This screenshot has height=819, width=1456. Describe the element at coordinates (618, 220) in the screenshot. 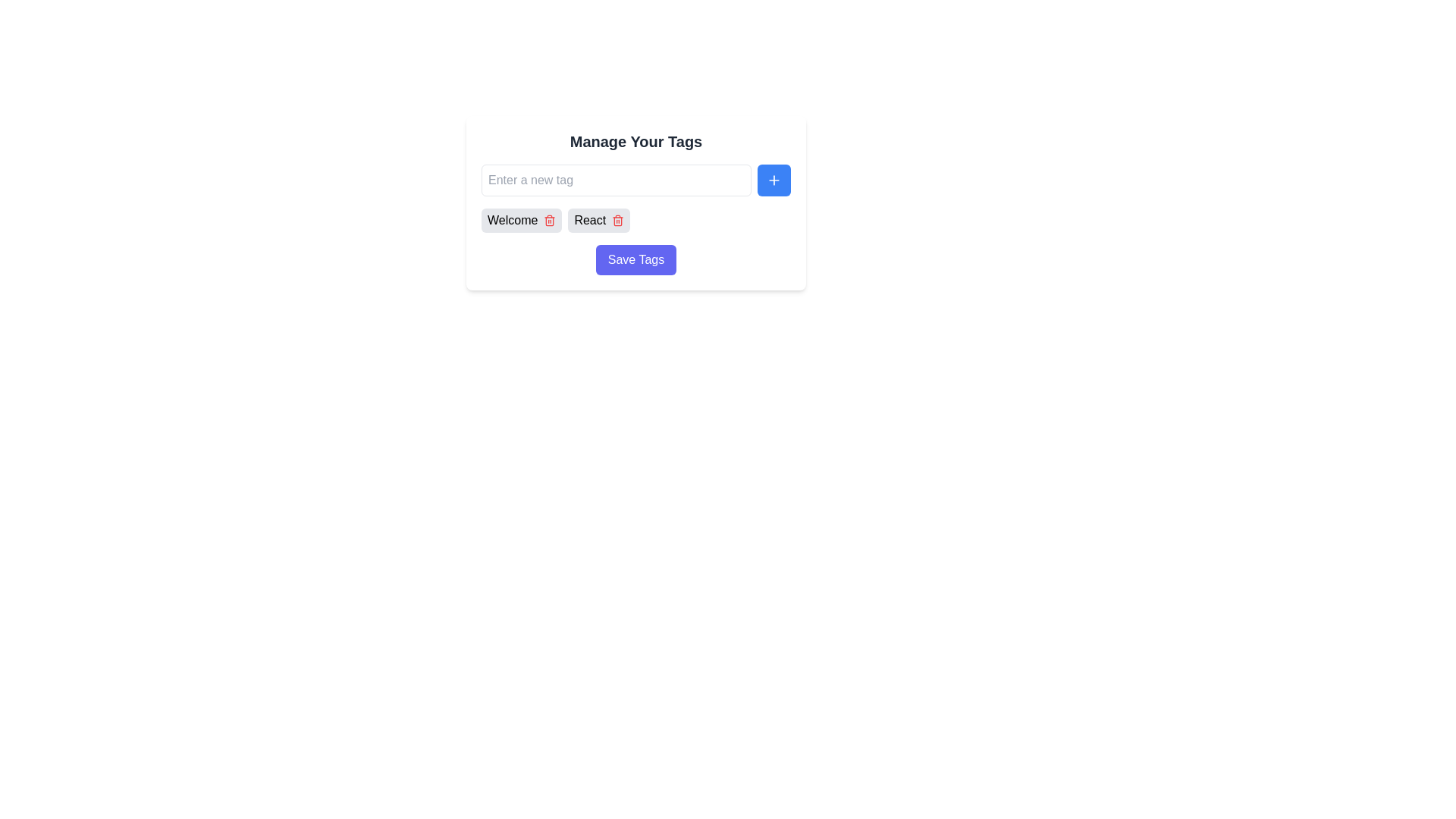

I see `the red trash can icon located to the right of the 'React' label` at that location.